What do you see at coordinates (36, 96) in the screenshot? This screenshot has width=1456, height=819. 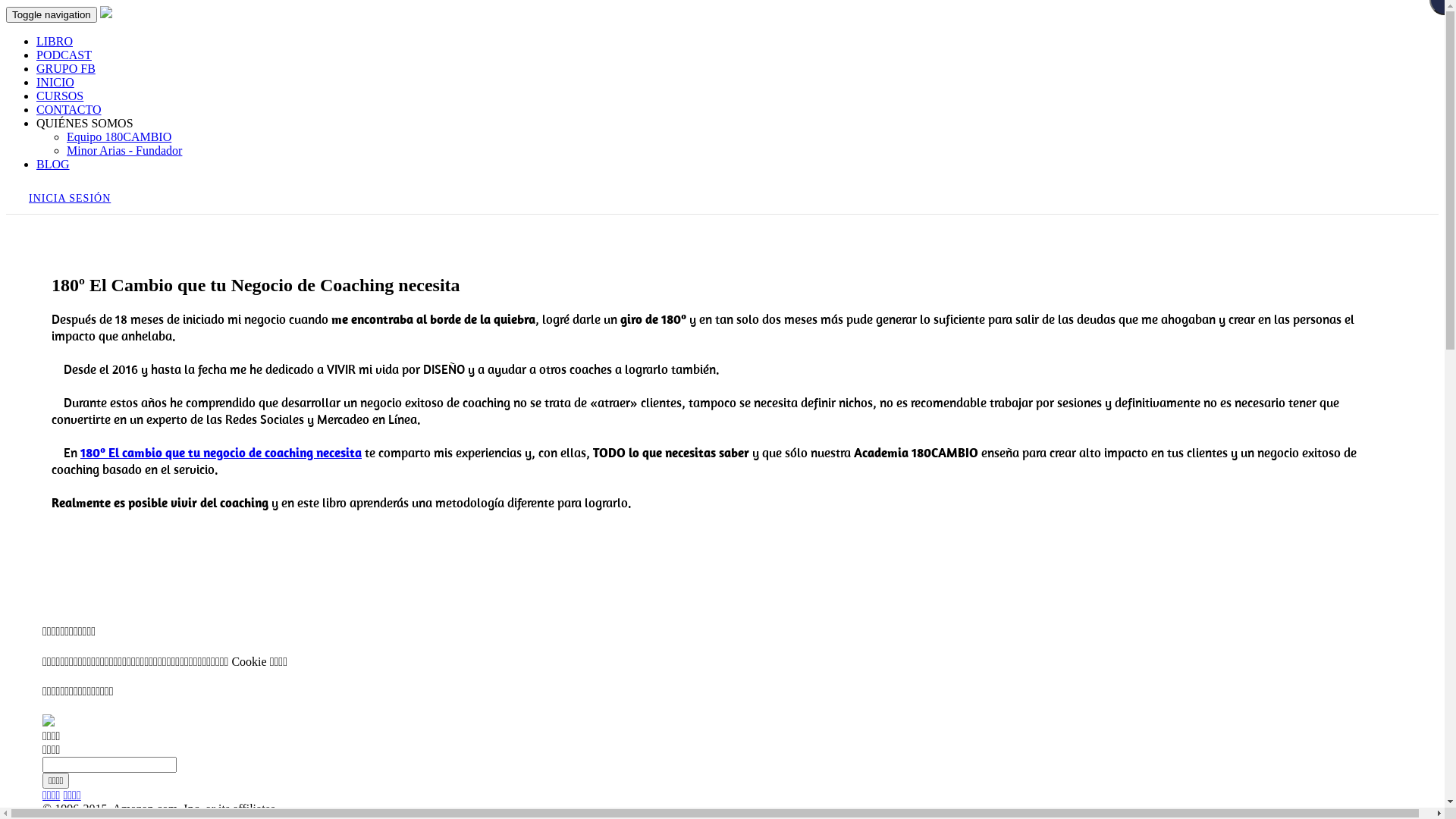 I see `'CURSOS'` at bounding box center [36, 96].